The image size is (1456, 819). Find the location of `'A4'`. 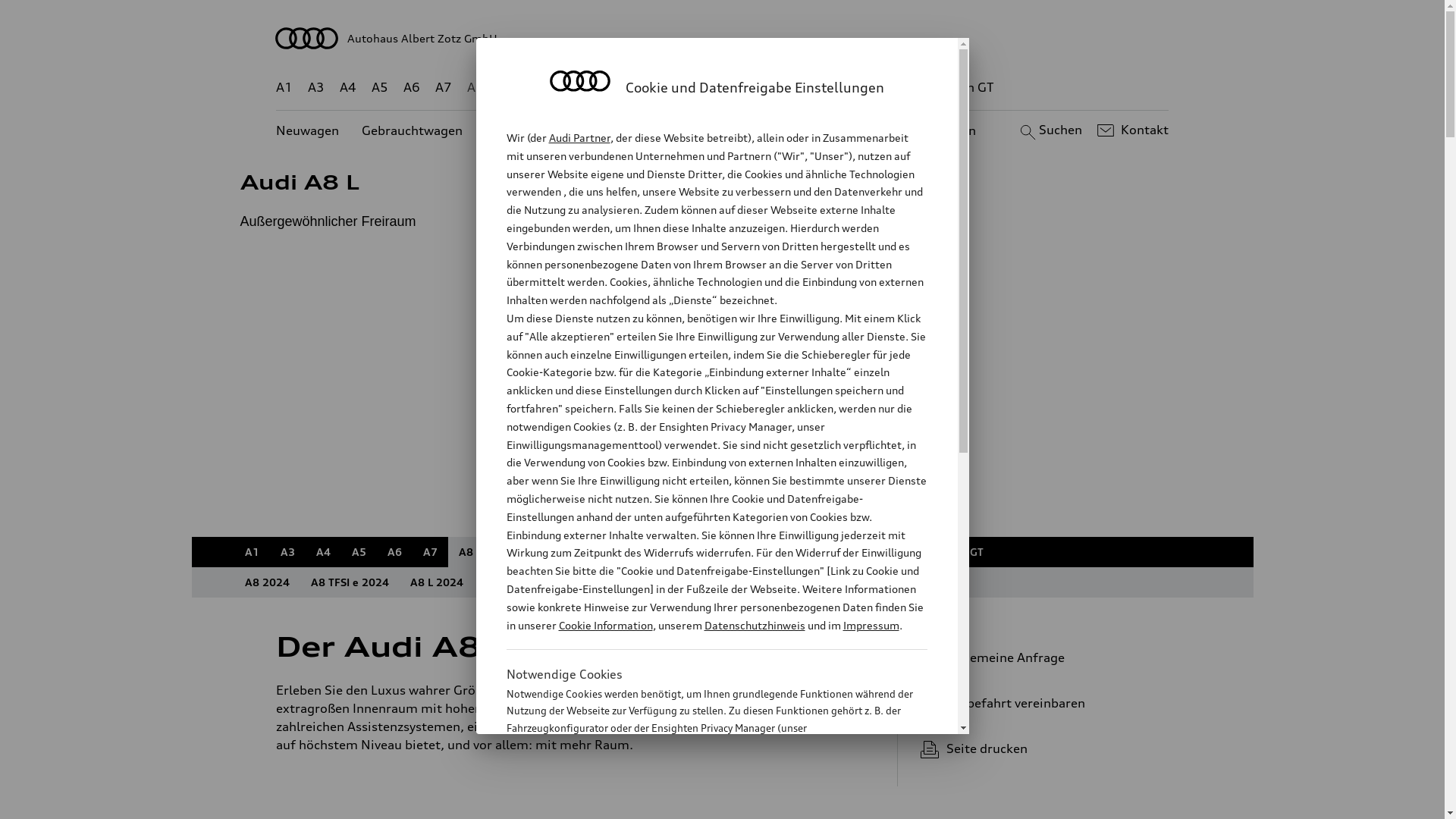

'A4' is located at coordinates (322, 552).